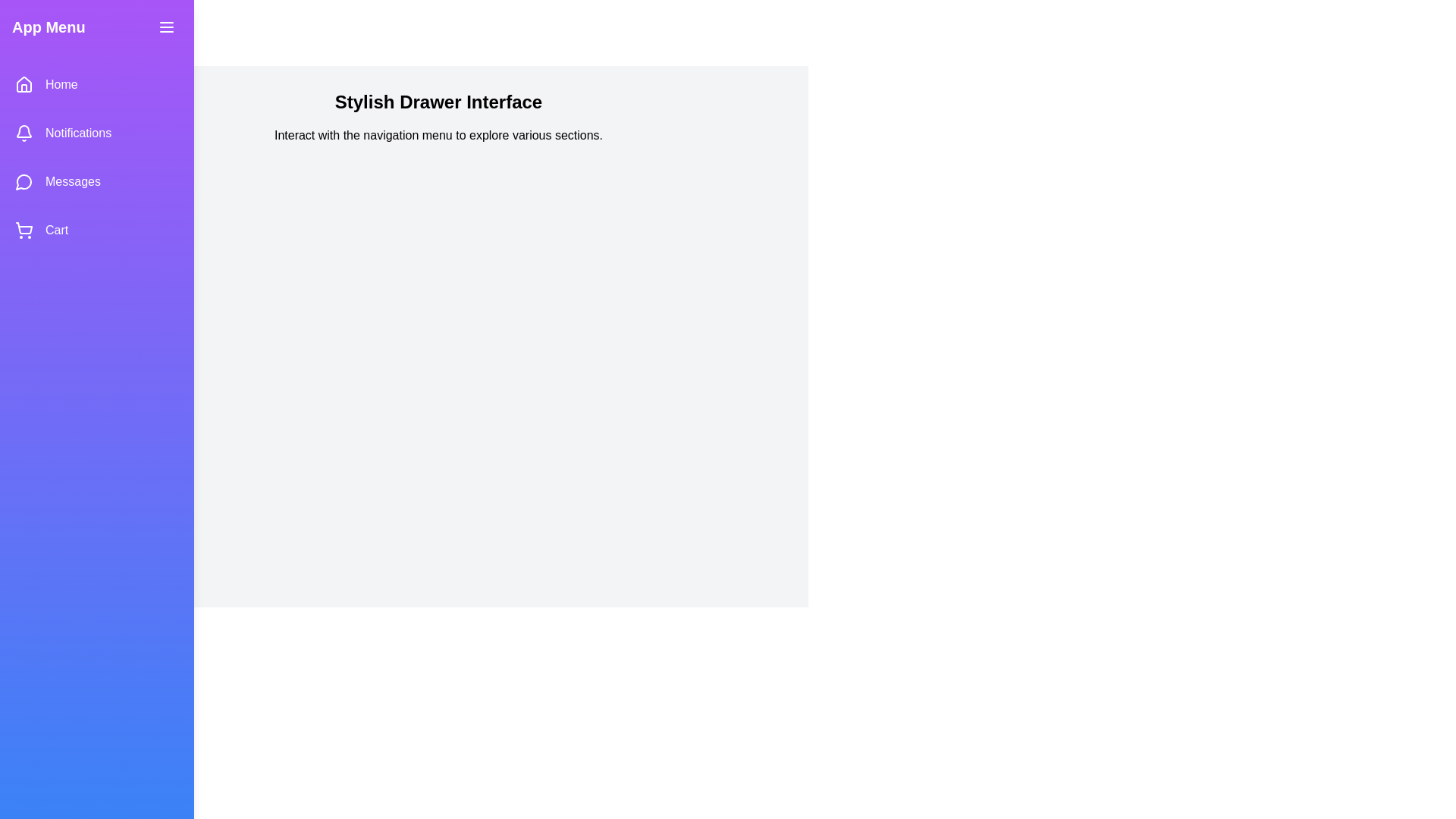 The image size is (1456, 819). Describe the element at coordinates (167, 27) in the screenshot. I see `the menu button to toggle the drawer state` at that location.